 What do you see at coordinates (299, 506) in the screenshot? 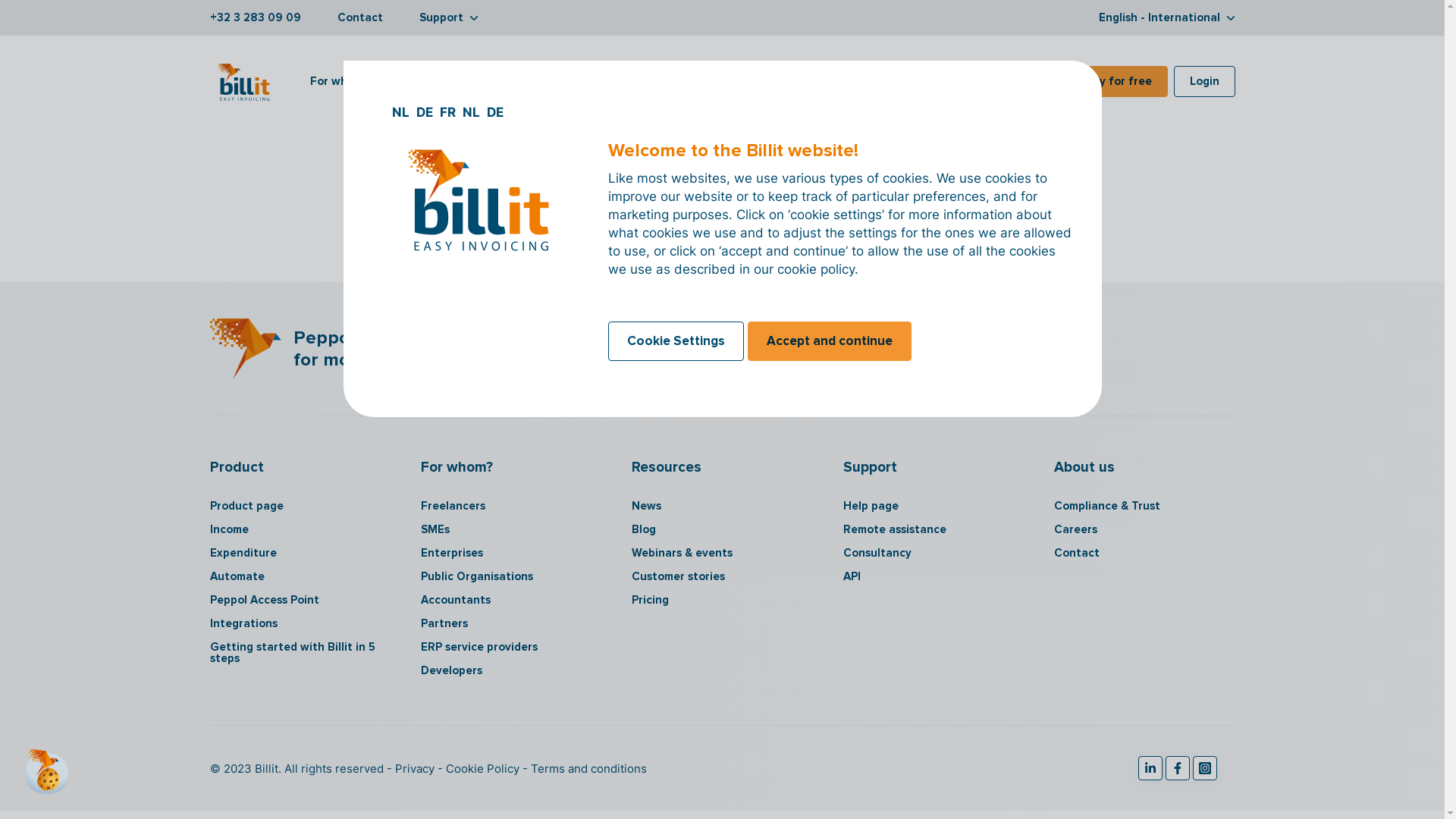
I see `'Product page'` at bounding box center [299, 506].